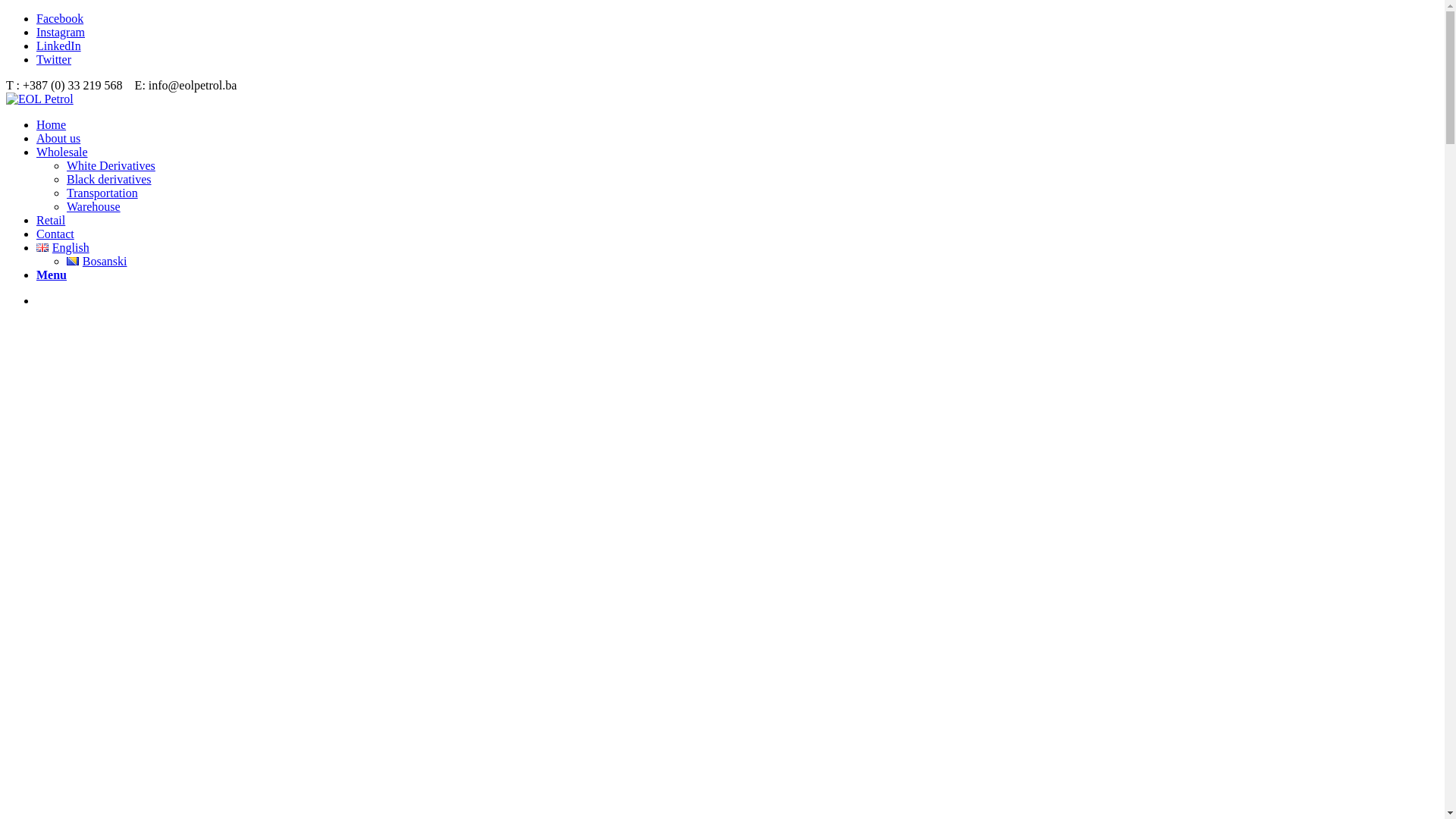 The height and width of the screenshot is (819, 1456). I want to click on 'Bosanski', so click(96, 260).